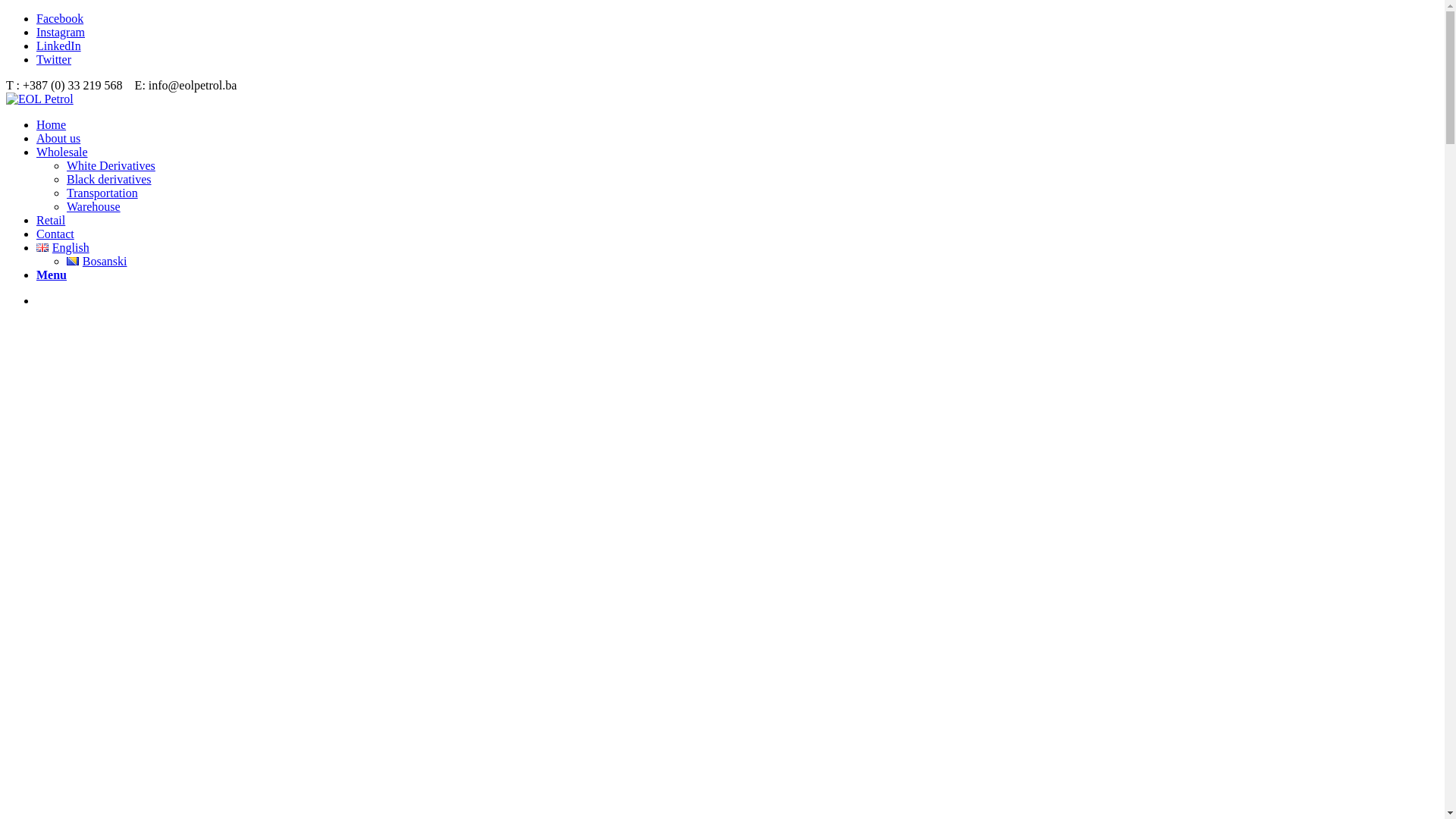 The height and width of the screenshot is (819, 1456). I want to click on 'Bosanski', so click(96, 260).